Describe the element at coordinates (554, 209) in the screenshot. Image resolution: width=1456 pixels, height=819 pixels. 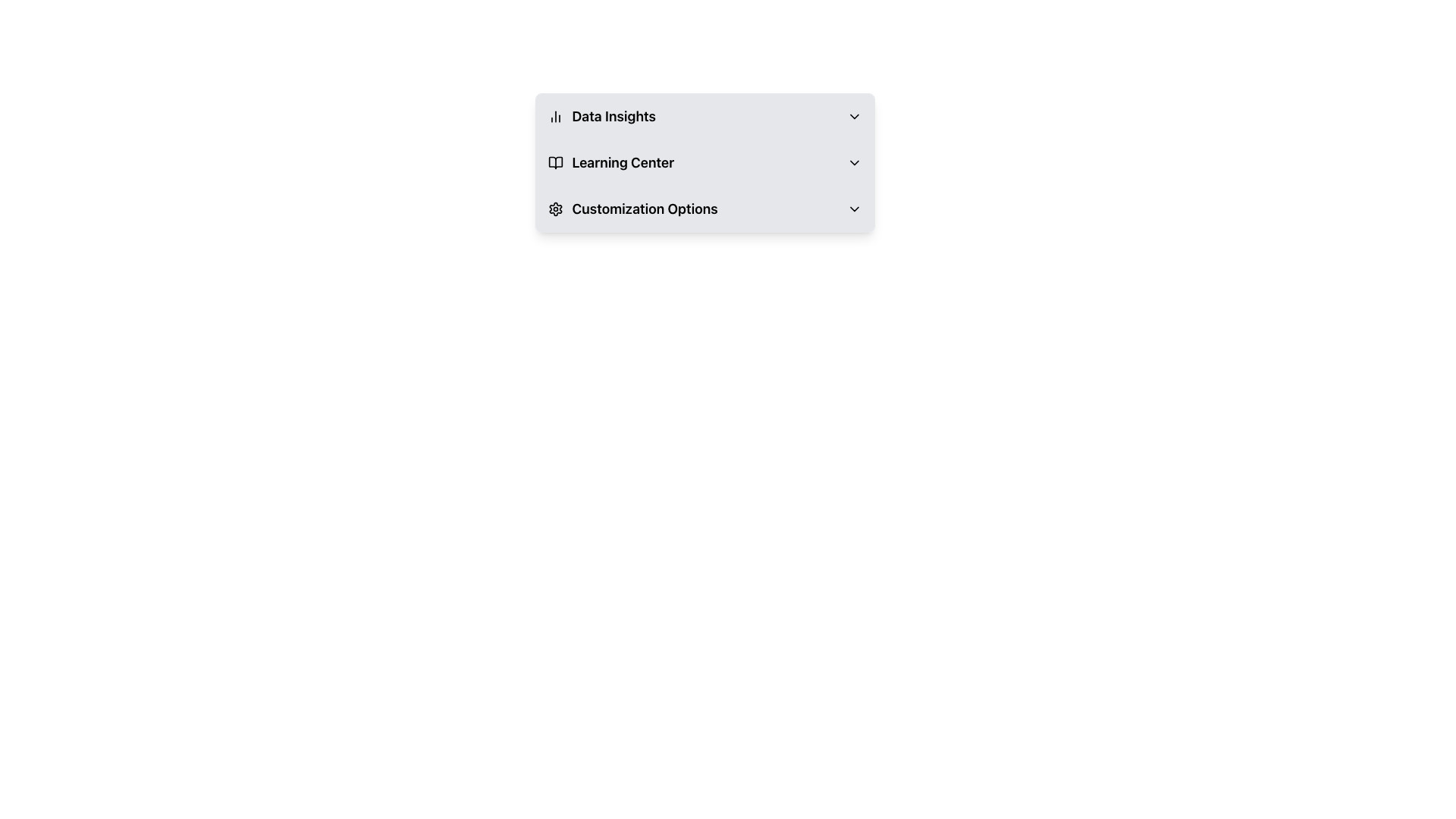
I see `the gear icon located before the text 'Customization Options' in the third row of the list-style layout` at that location.